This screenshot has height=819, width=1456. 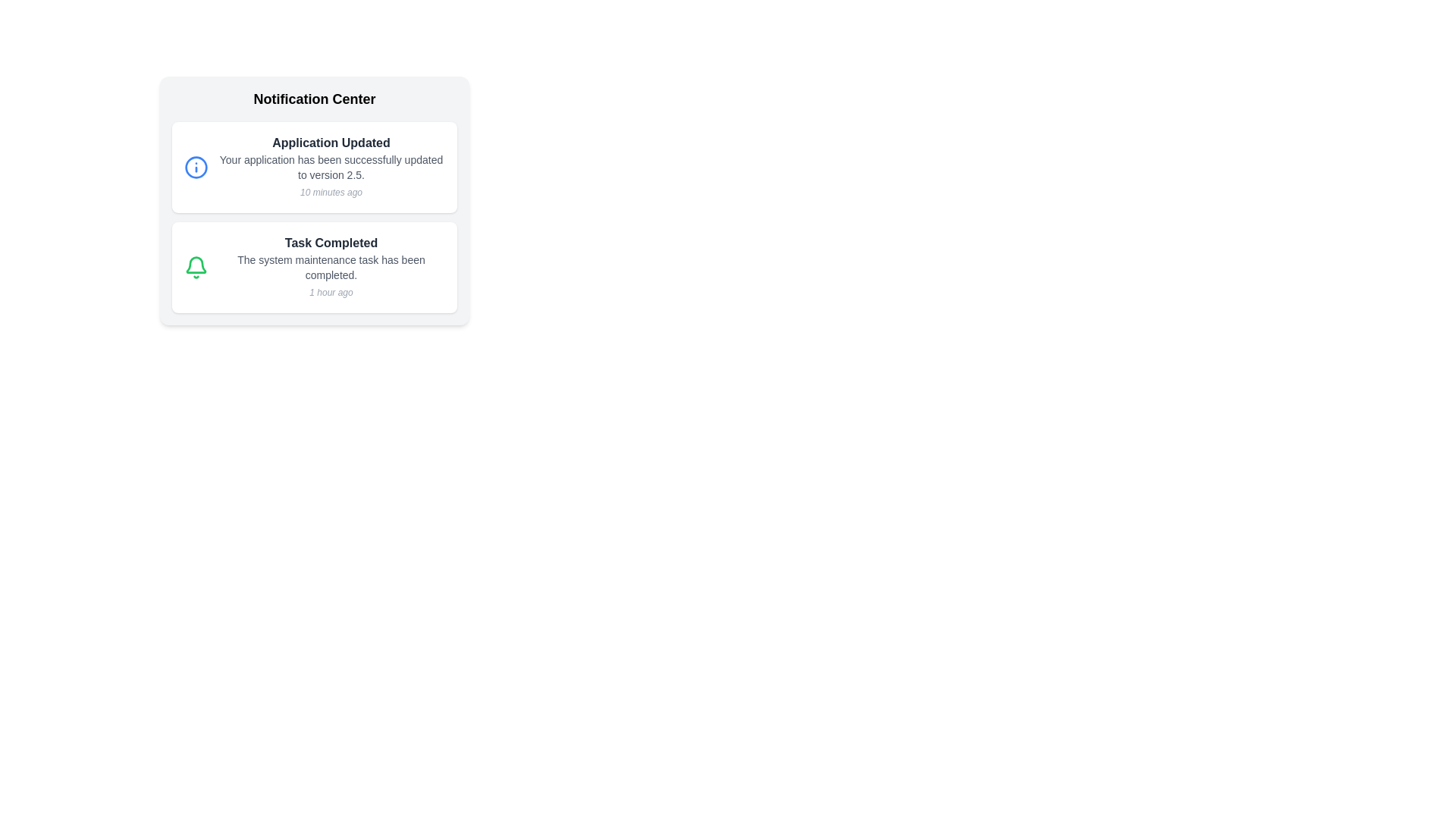 What do you see at coordinates (196, 264) in the screenshot?
I see `the bell-shaped graphical icon located in the lower notification box titled 'Task Completed', which serves as an informative visual indicator` at bounding box center [196, 264].